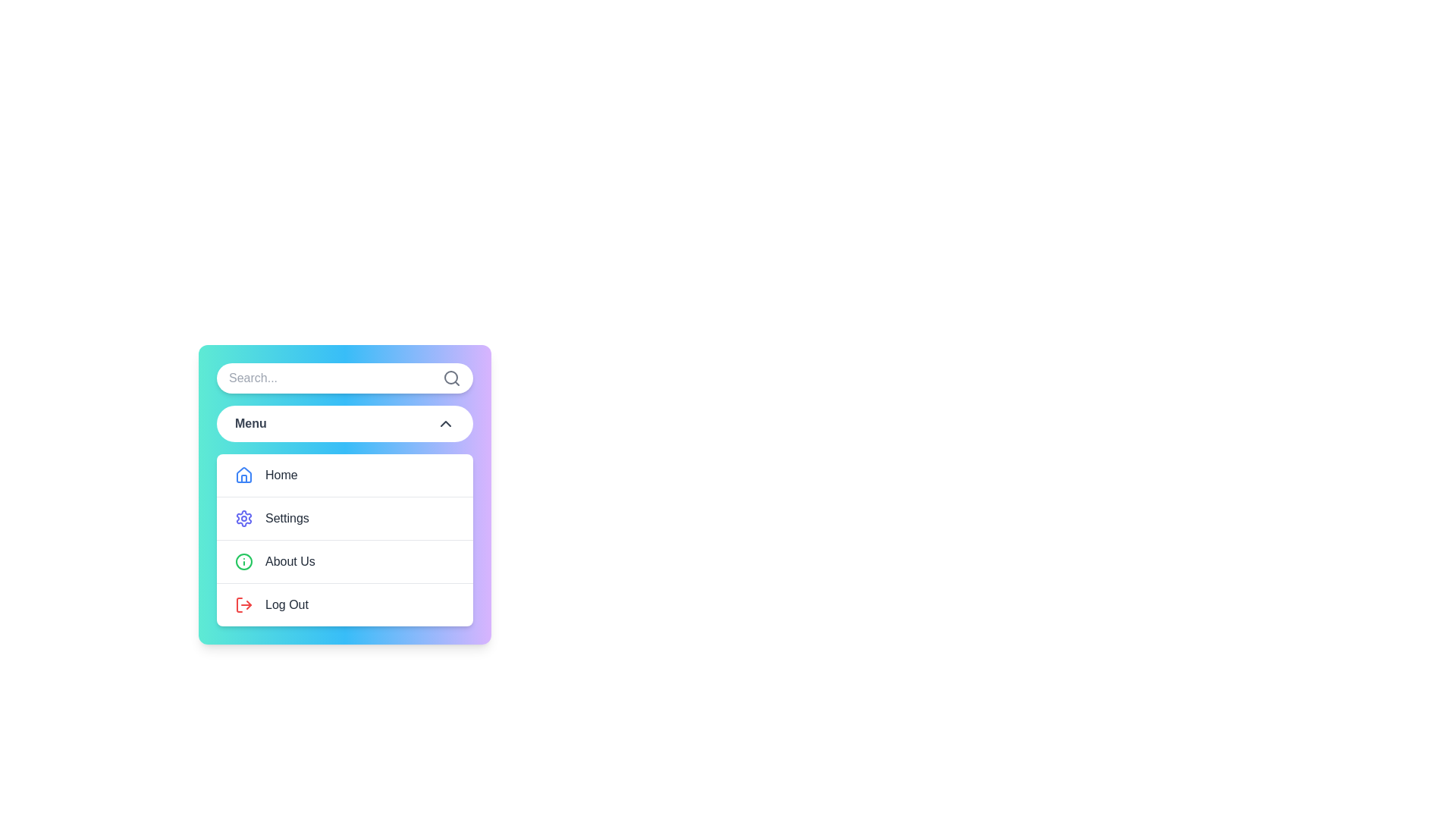  Describe the element at coordinates (450, 377) in the screenshot. I see `the search icon located at the rightmost end of the search bar to initiate a search action` at that location.